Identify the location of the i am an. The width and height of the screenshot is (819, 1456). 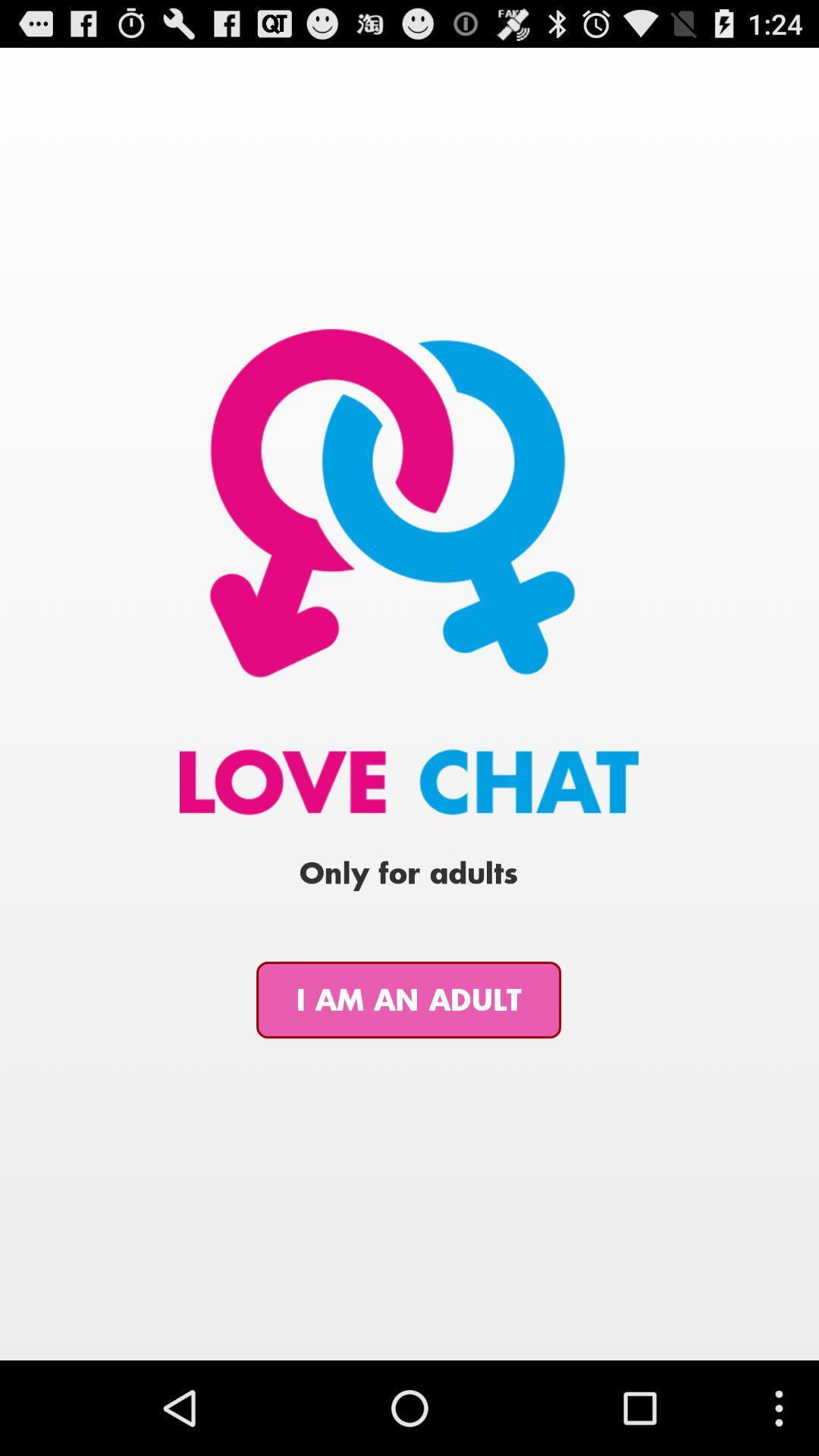
(408, 999).